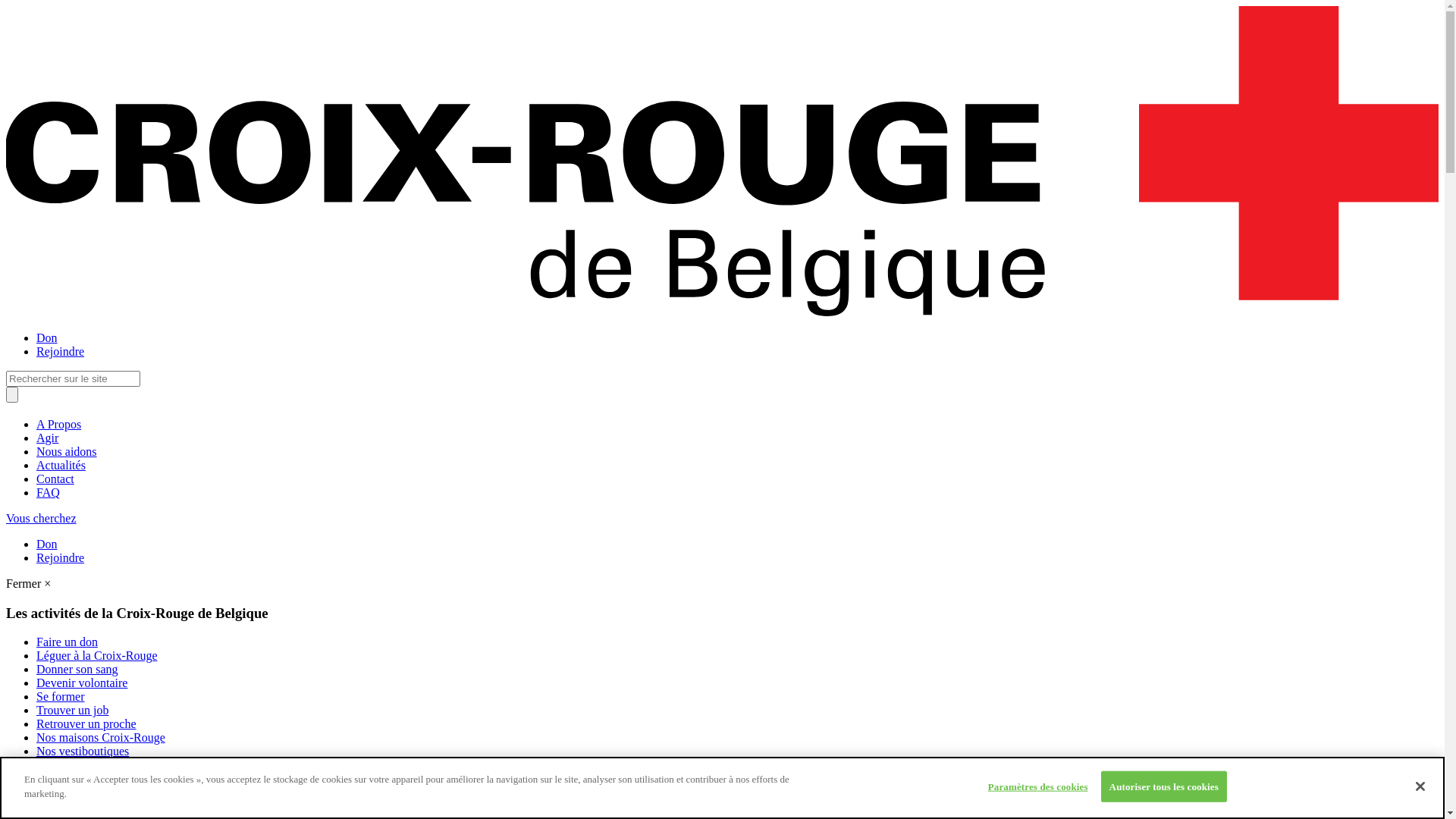 The width and height of the screenshot is (1456, 819). I want to click on 'Autoriser tous les cookies', so click(1163, 786).